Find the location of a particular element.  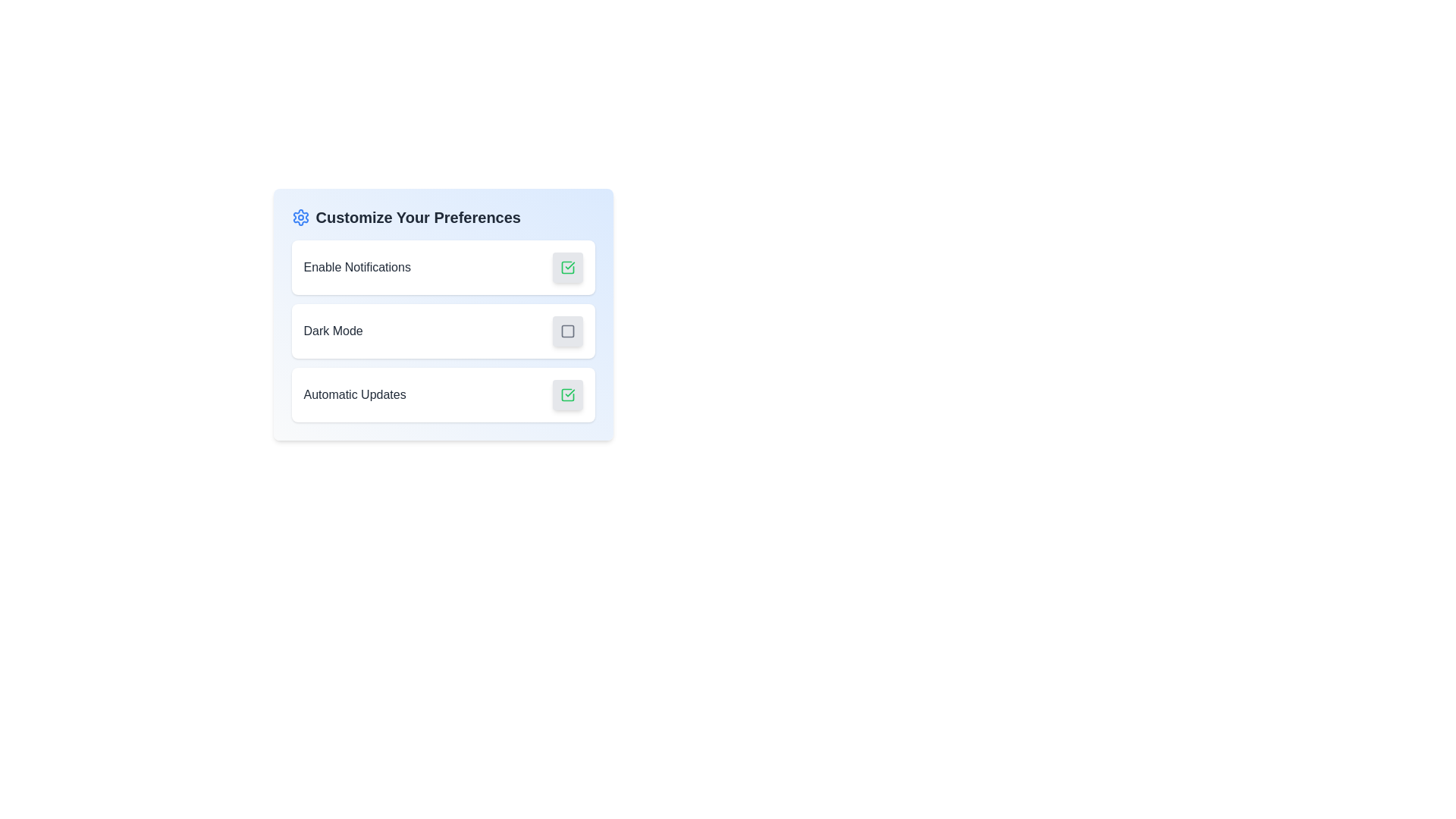

the text label 'Customize Your Preferences' which serves as the header for customizing user preferences is located at coordinates (418, 217).